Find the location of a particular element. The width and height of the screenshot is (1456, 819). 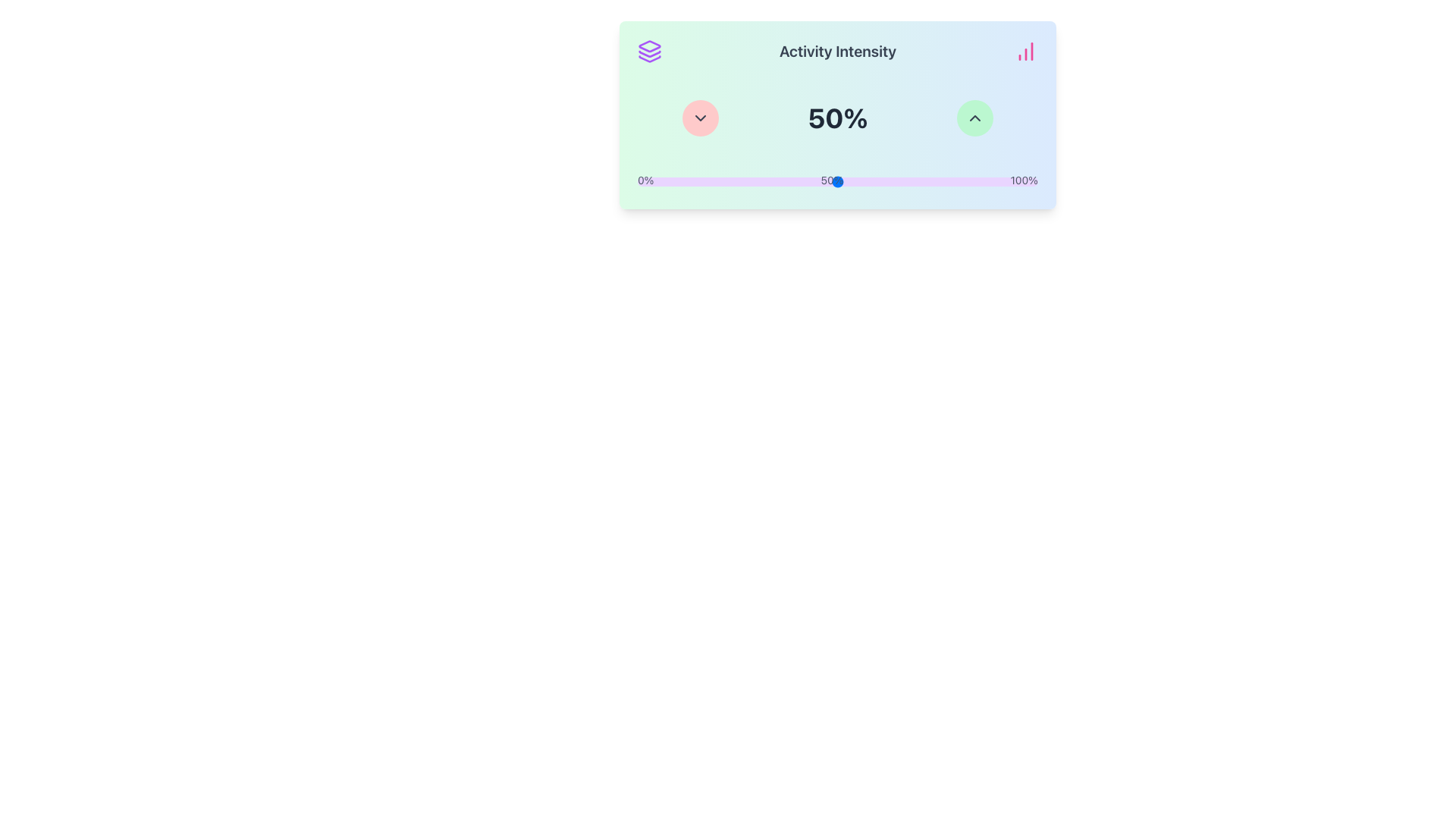

the Text label displaying '50%' which is centrally located between '0%' and '100%' in the UI is located at coordinates (831, 180).